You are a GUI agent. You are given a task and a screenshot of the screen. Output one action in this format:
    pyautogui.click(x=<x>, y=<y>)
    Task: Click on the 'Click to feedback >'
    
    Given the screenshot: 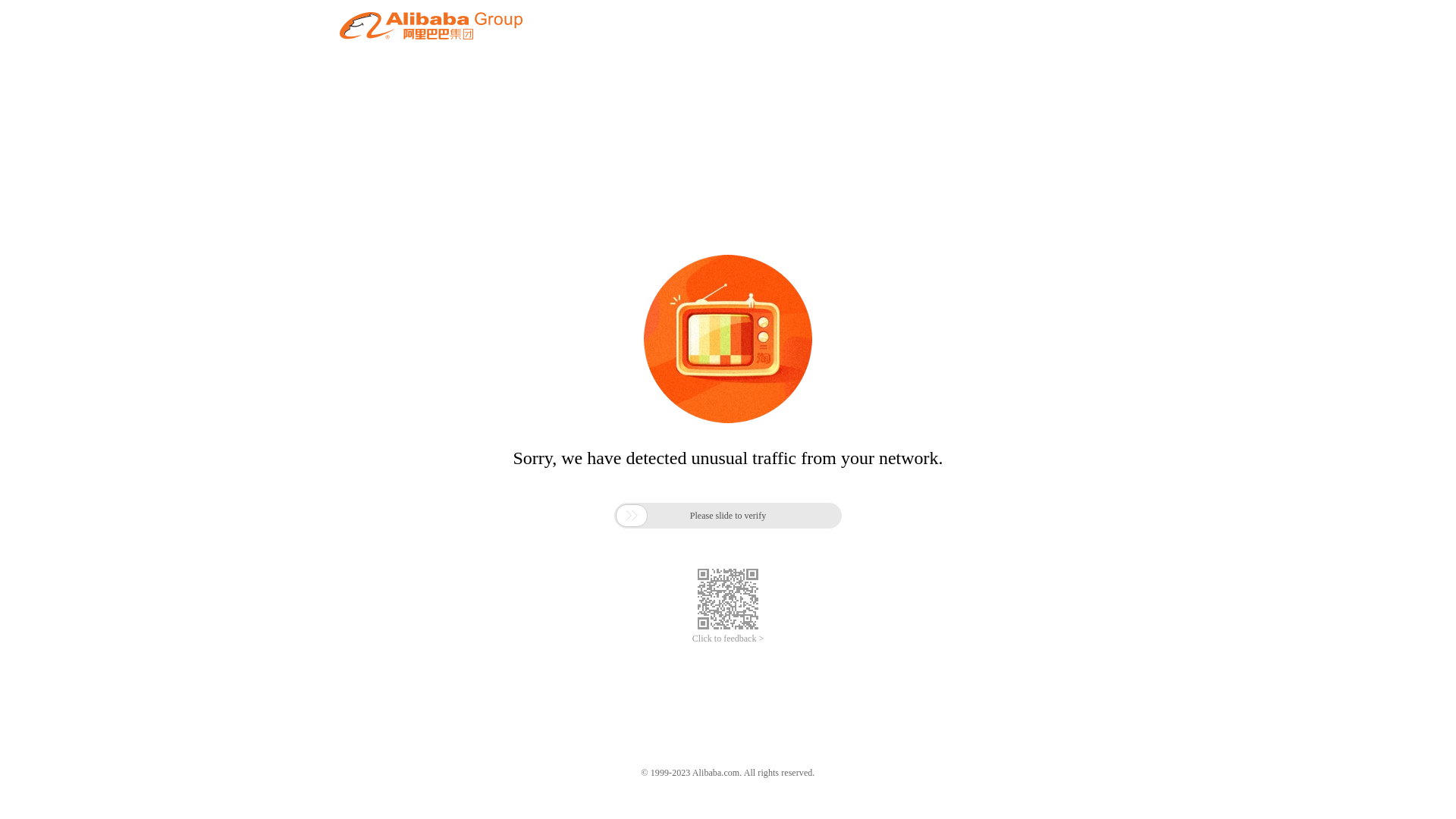 What is the action you would take?
    pyautogui.click(x=728, y=639)
    